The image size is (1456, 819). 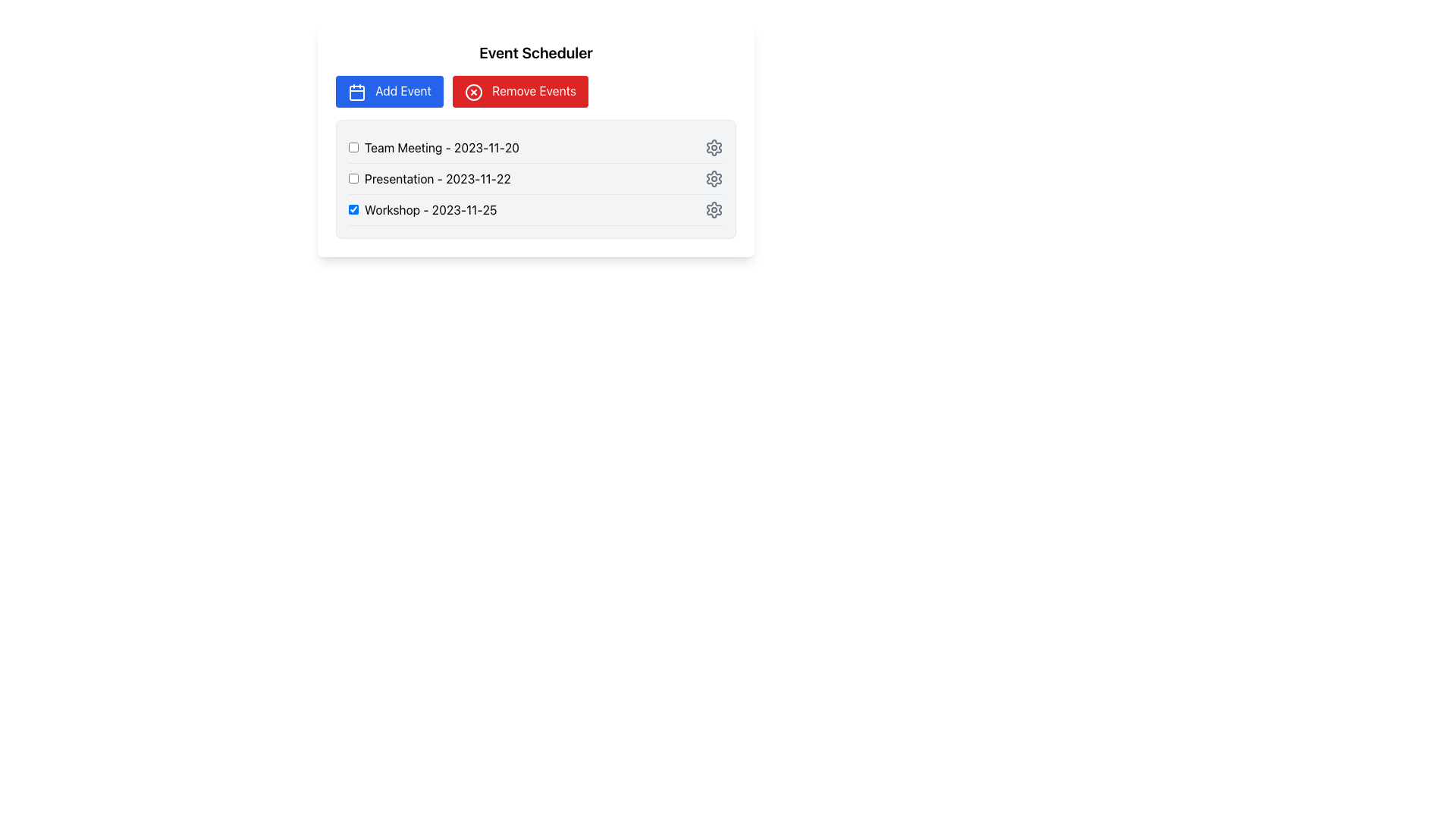 What do you see at coordinates (430, 209) in the screenshot?
I see `the static text label displaying 'Workshop - 2023-11-25' which is the last line in the event list within the 'Event Scheduler' section` at bounding box center [430, 209].